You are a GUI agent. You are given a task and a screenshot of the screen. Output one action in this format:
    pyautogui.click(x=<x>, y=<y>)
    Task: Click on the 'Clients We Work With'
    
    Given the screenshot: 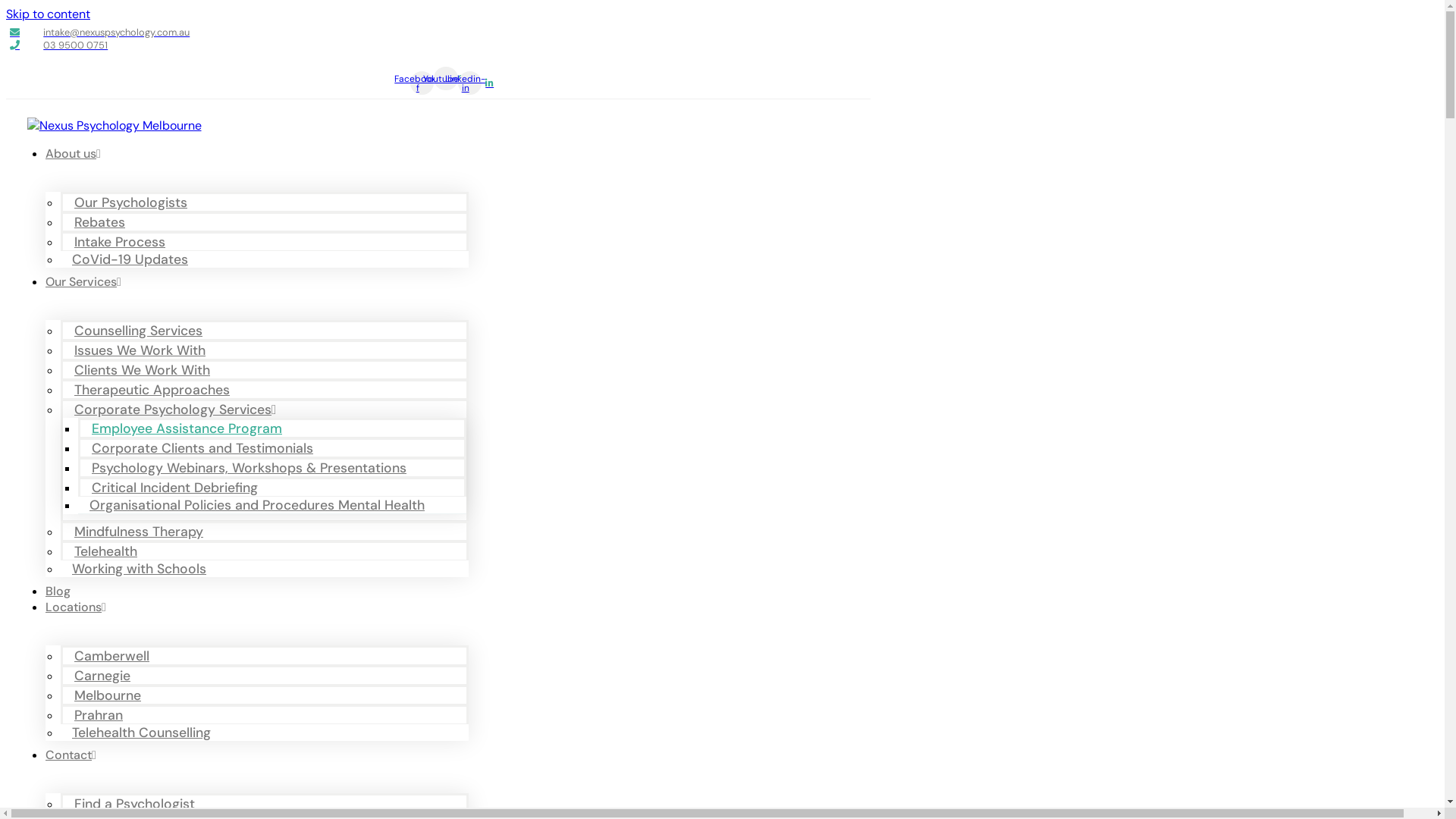 What is the action you would take?
    pyautogui.click(x=146, y=370)
    